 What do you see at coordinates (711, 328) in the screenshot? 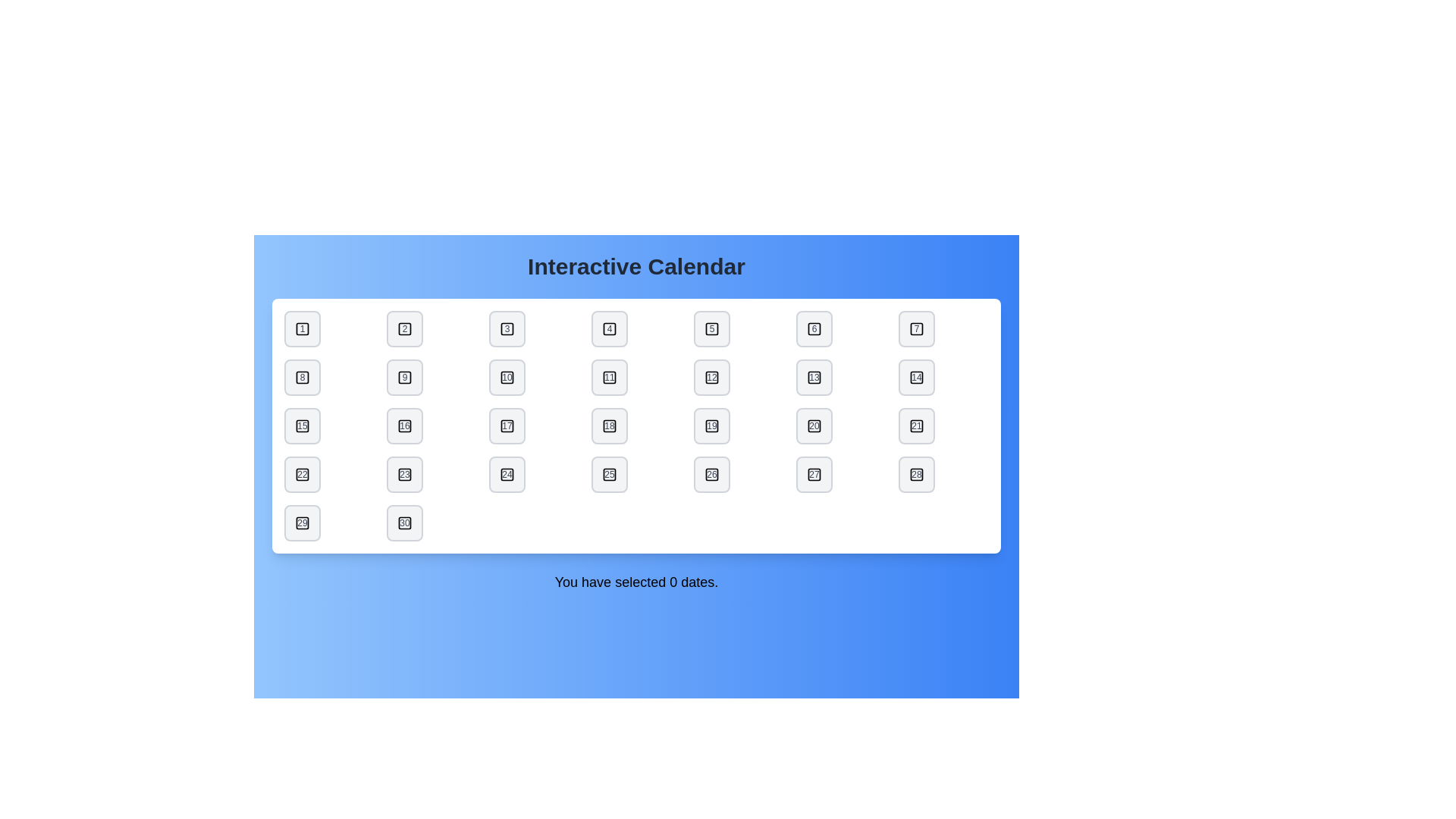
I see `the date button labeled 5 to toggle its selection state` at bounding box center [711, 328].